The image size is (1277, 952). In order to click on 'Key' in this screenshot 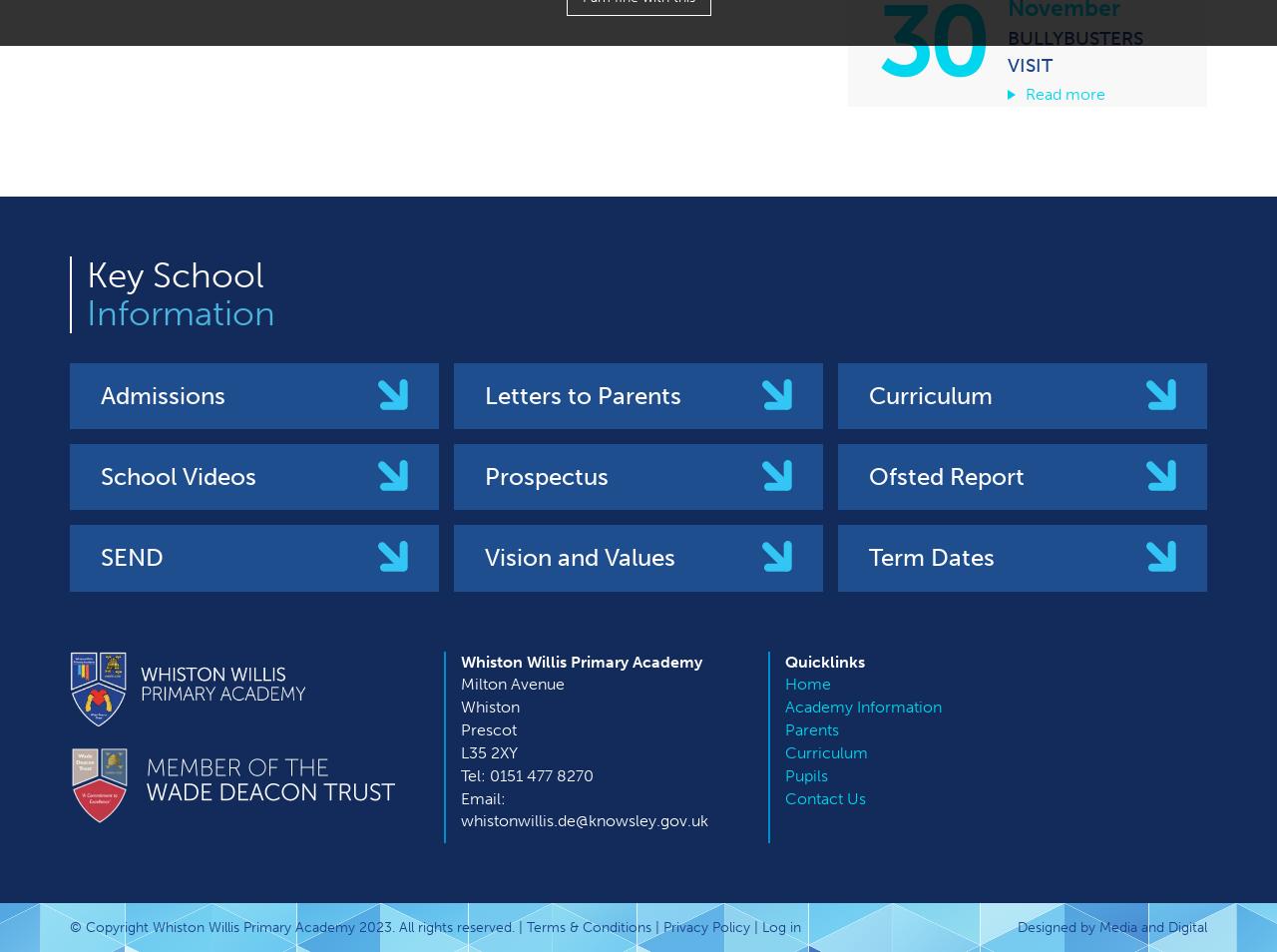, I will do `click(119, 274)`.